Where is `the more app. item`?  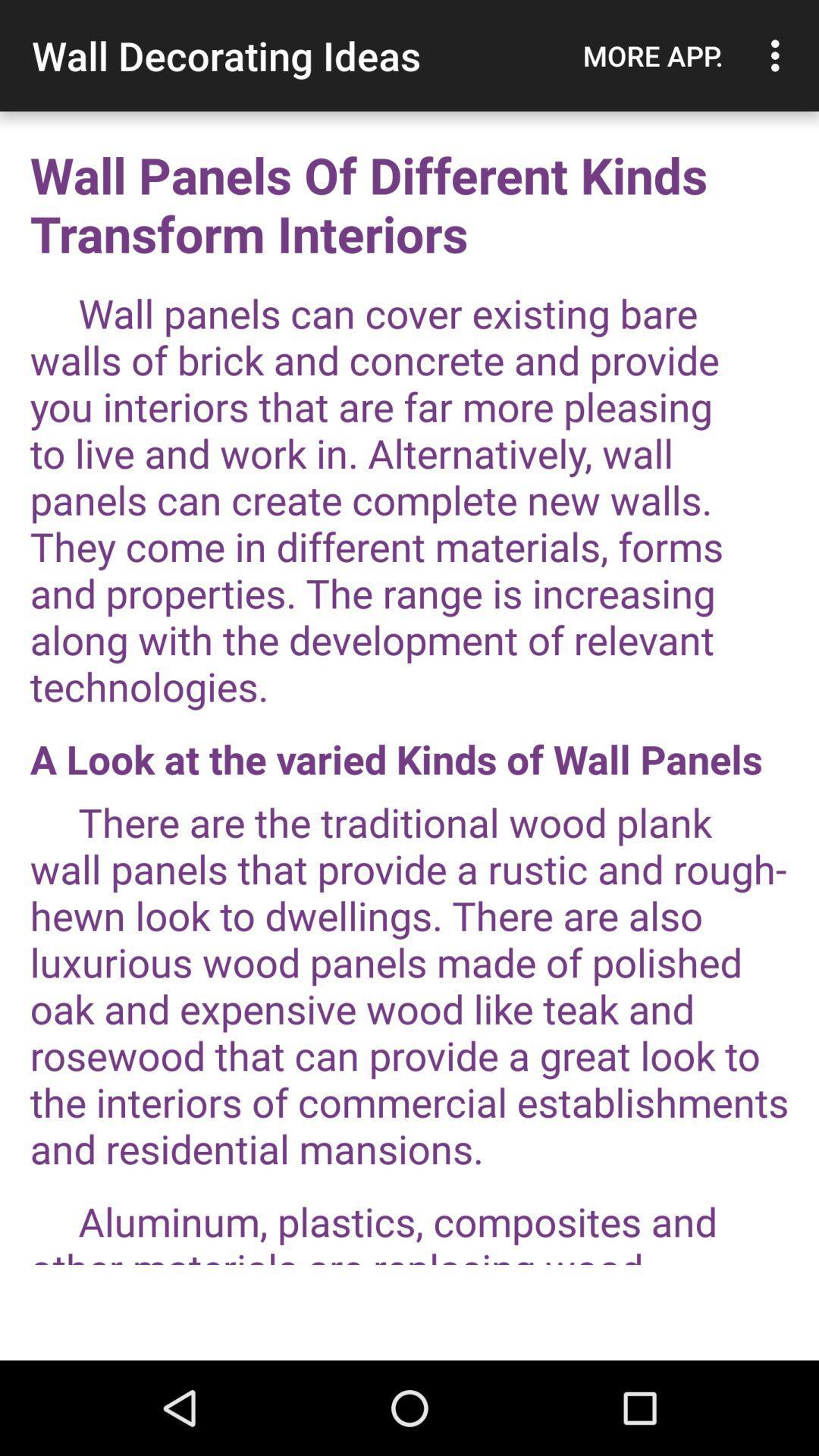
the more app. item is located at coordinates (652, 55).